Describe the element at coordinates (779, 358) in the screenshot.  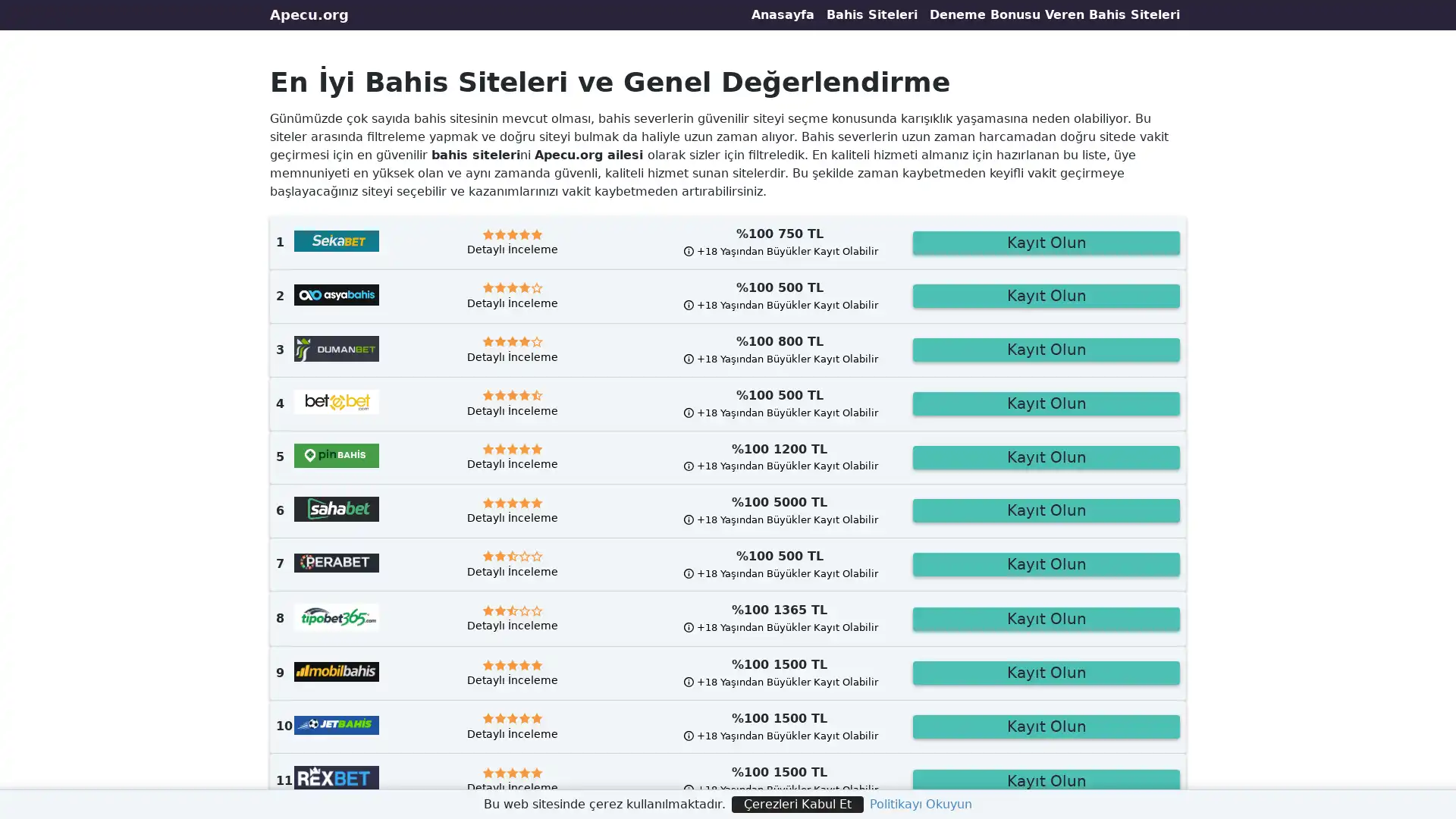
I see `Load terms and conditions` at that location.